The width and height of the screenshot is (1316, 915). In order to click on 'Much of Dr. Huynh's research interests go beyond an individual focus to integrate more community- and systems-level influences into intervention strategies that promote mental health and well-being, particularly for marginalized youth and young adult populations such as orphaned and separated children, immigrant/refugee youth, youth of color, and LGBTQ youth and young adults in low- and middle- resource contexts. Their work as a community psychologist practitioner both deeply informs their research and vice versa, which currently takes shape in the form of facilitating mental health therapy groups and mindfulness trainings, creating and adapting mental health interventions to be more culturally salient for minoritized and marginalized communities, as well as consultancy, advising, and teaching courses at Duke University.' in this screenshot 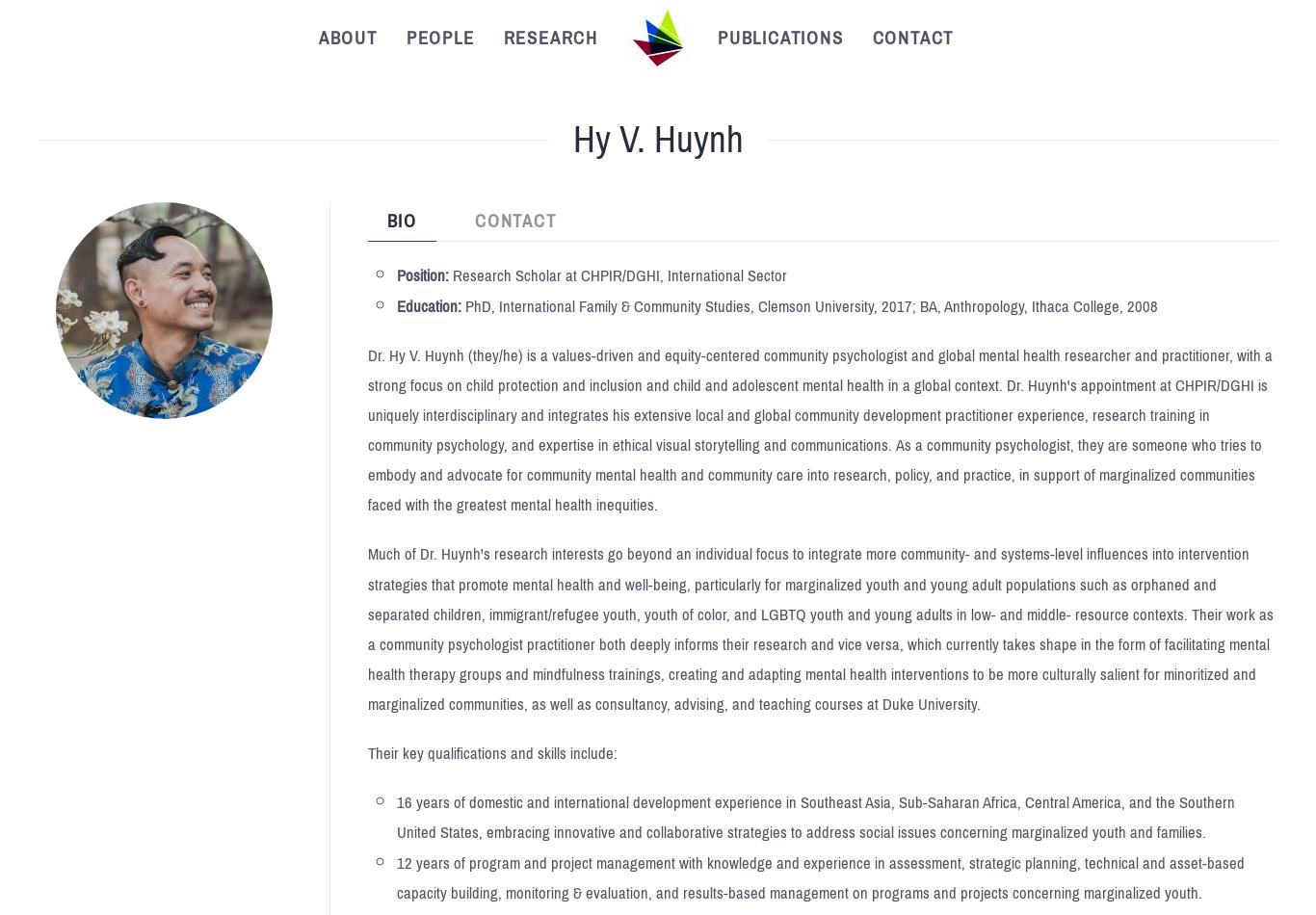, I will do `click(365, 629)`.